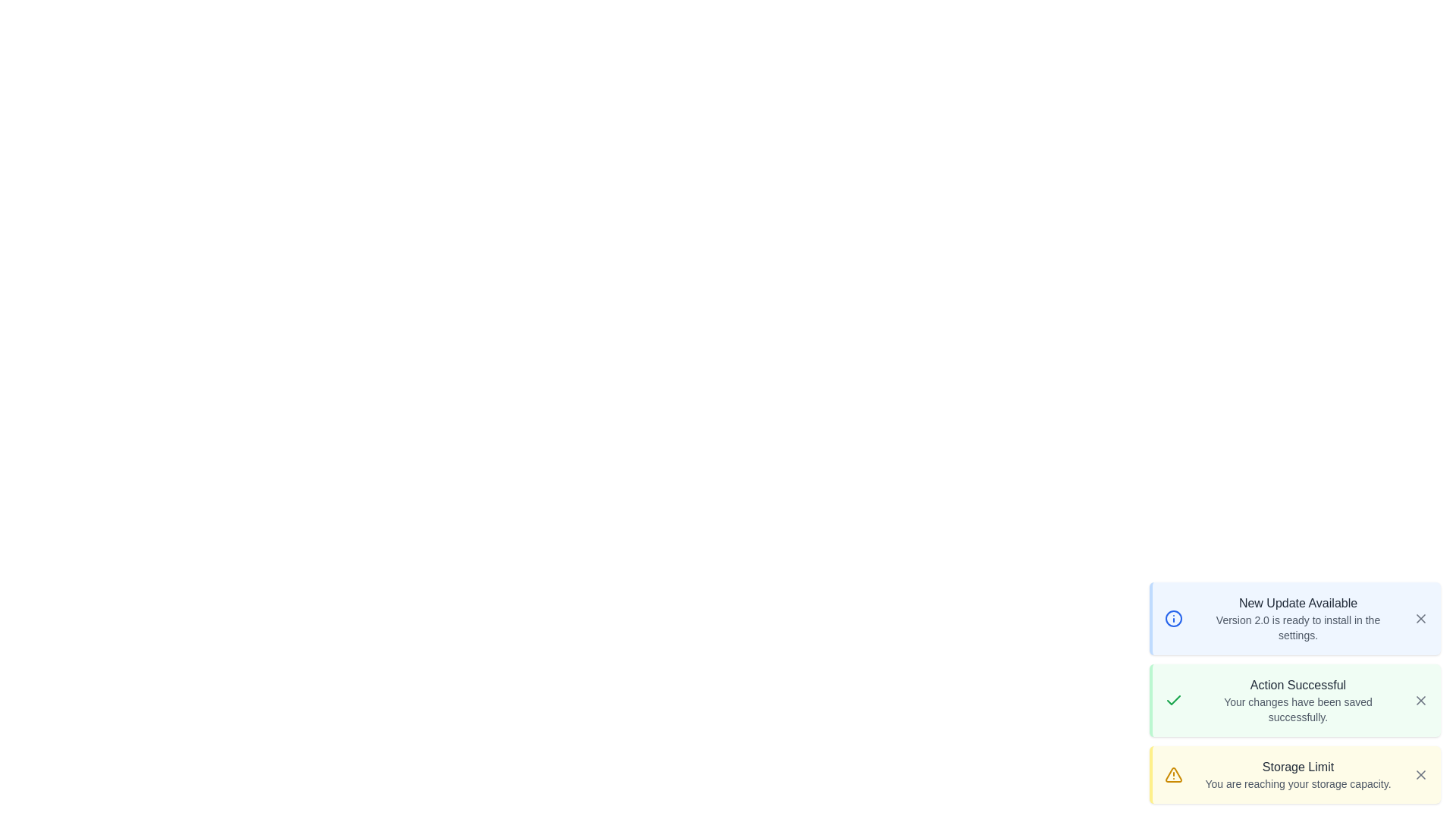 This screenshot has width=1456, height=819. What do you see at coordinates (1173, 701) in the screenshot?
I see `the icon associated with the alert success` at bounding box center [1173, 701].